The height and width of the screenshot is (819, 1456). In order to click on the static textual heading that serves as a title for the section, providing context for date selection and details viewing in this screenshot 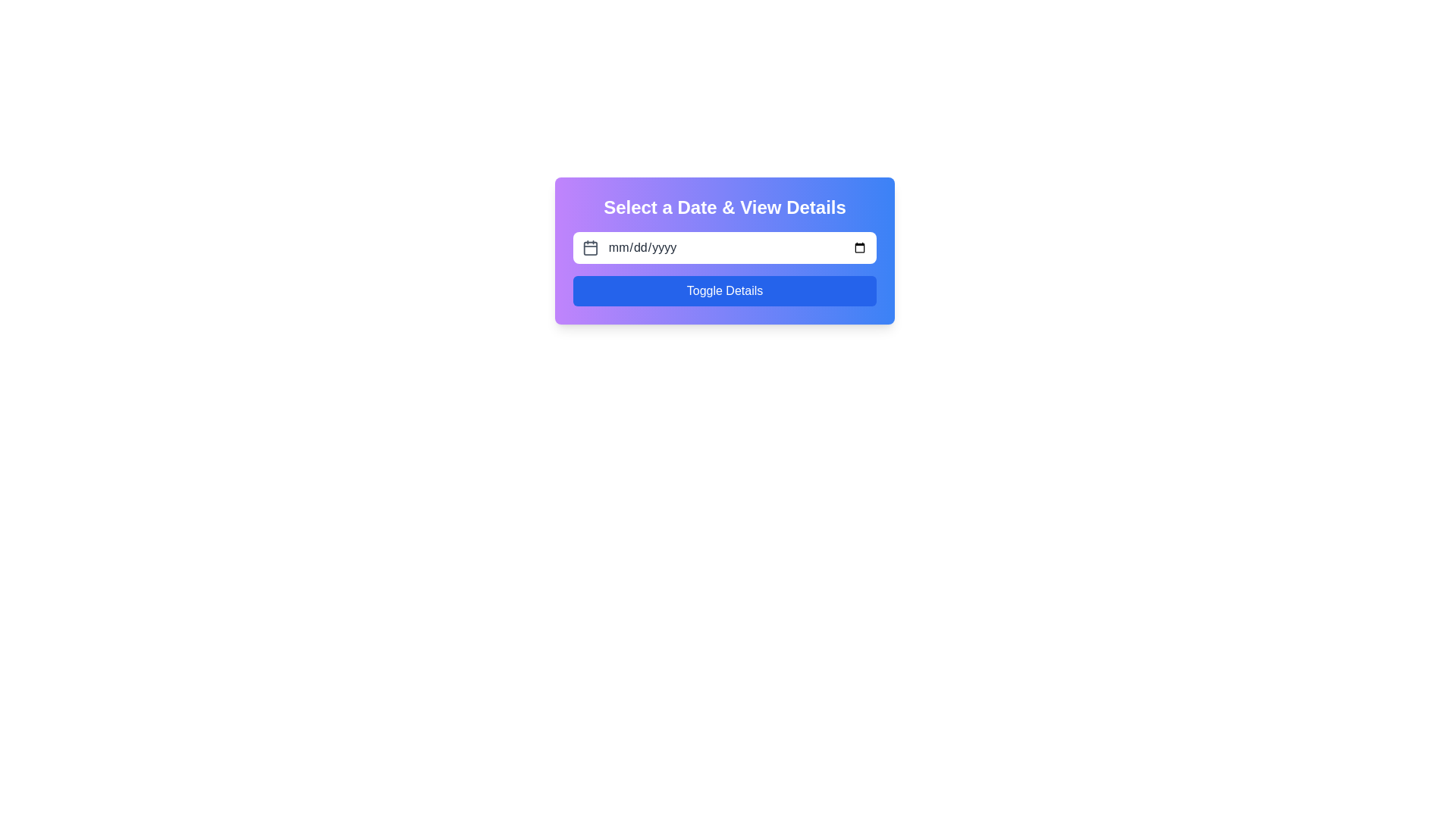, I will do `click(723, 207)`.